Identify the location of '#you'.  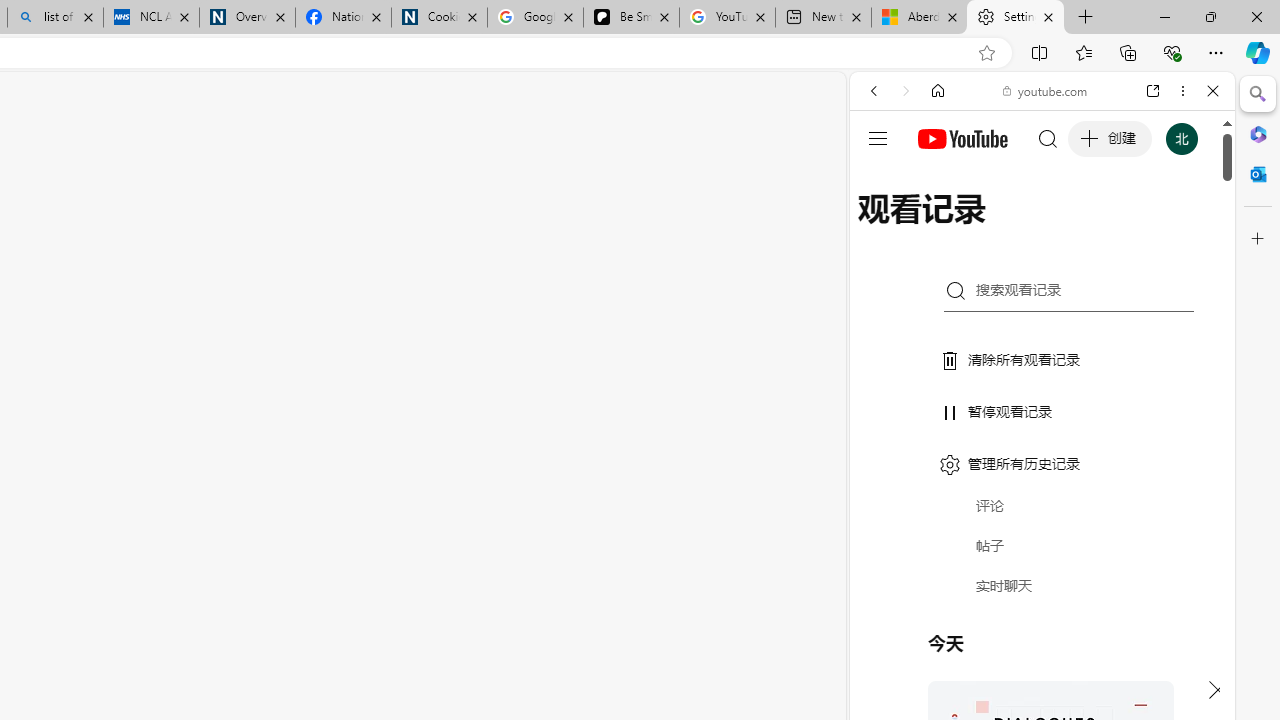
(1041, 445).